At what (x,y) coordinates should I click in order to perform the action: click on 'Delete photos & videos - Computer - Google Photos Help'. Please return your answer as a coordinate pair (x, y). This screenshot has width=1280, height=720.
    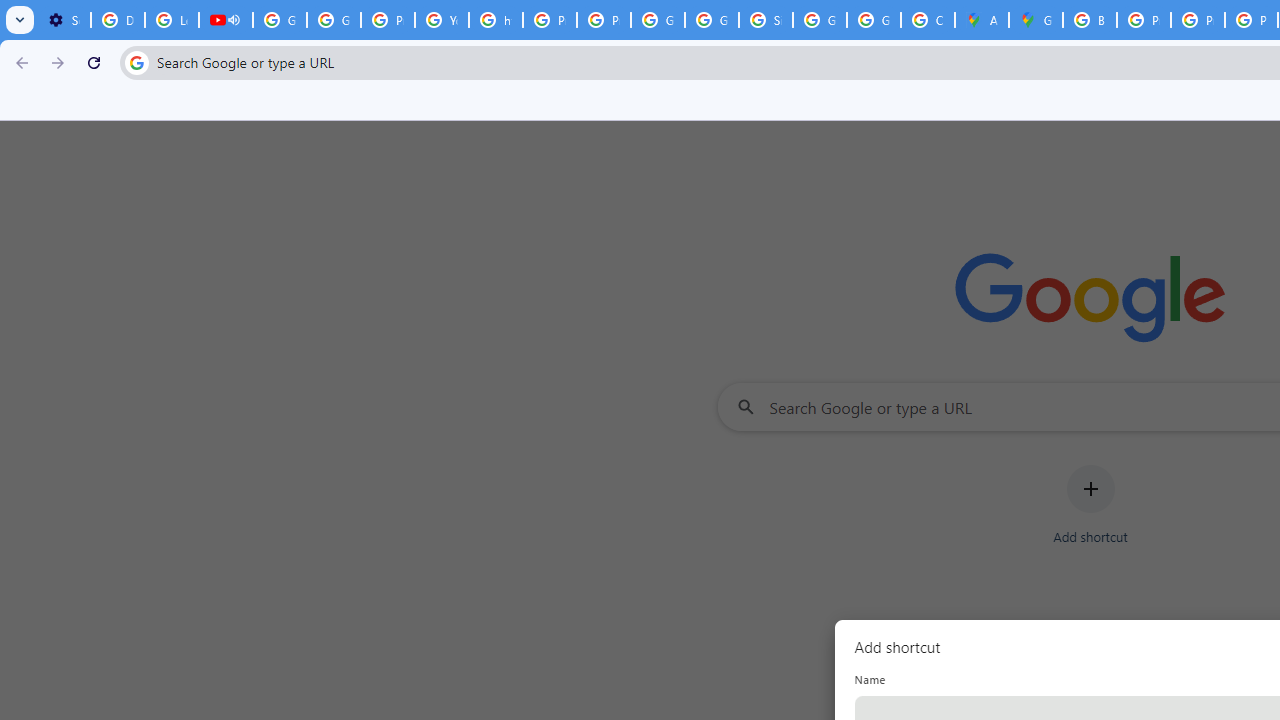
    Looking at the image, I should click on (116, 20).